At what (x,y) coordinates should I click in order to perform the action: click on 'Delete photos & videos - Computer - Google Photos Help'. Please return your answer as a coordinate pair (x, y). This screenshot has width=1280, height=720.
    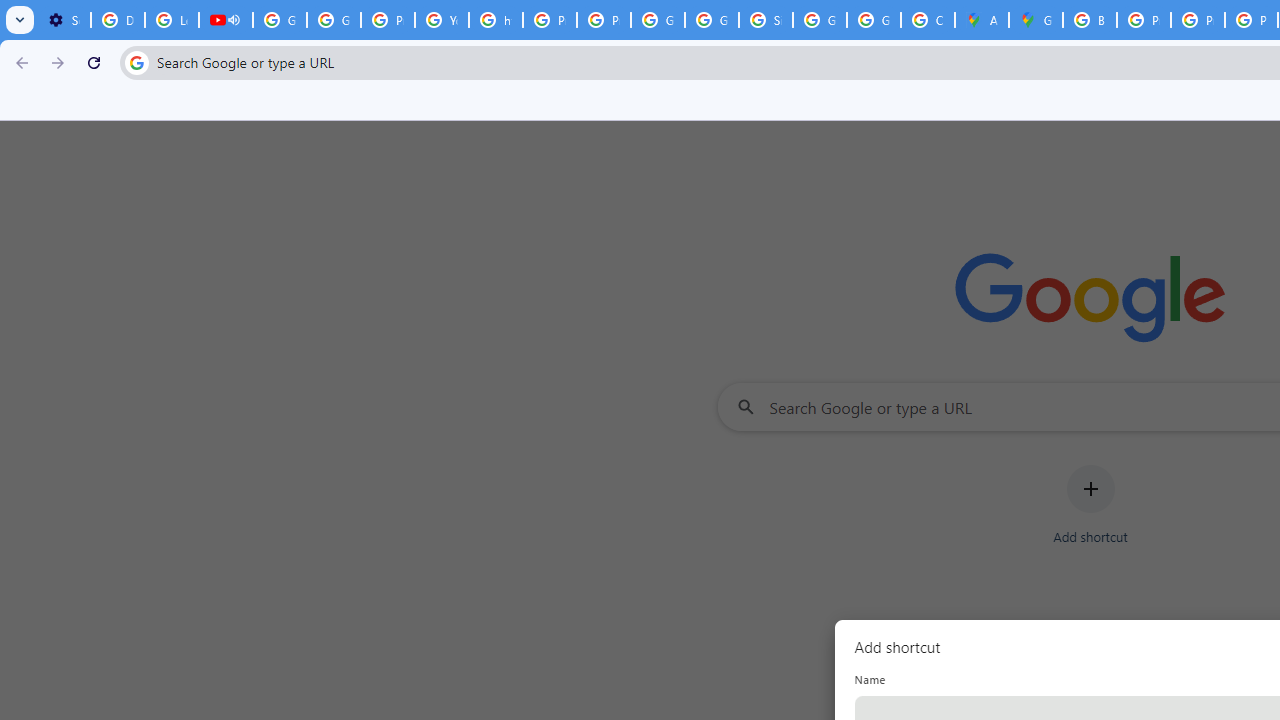
    Looking at the image, I should click on (116, 20).